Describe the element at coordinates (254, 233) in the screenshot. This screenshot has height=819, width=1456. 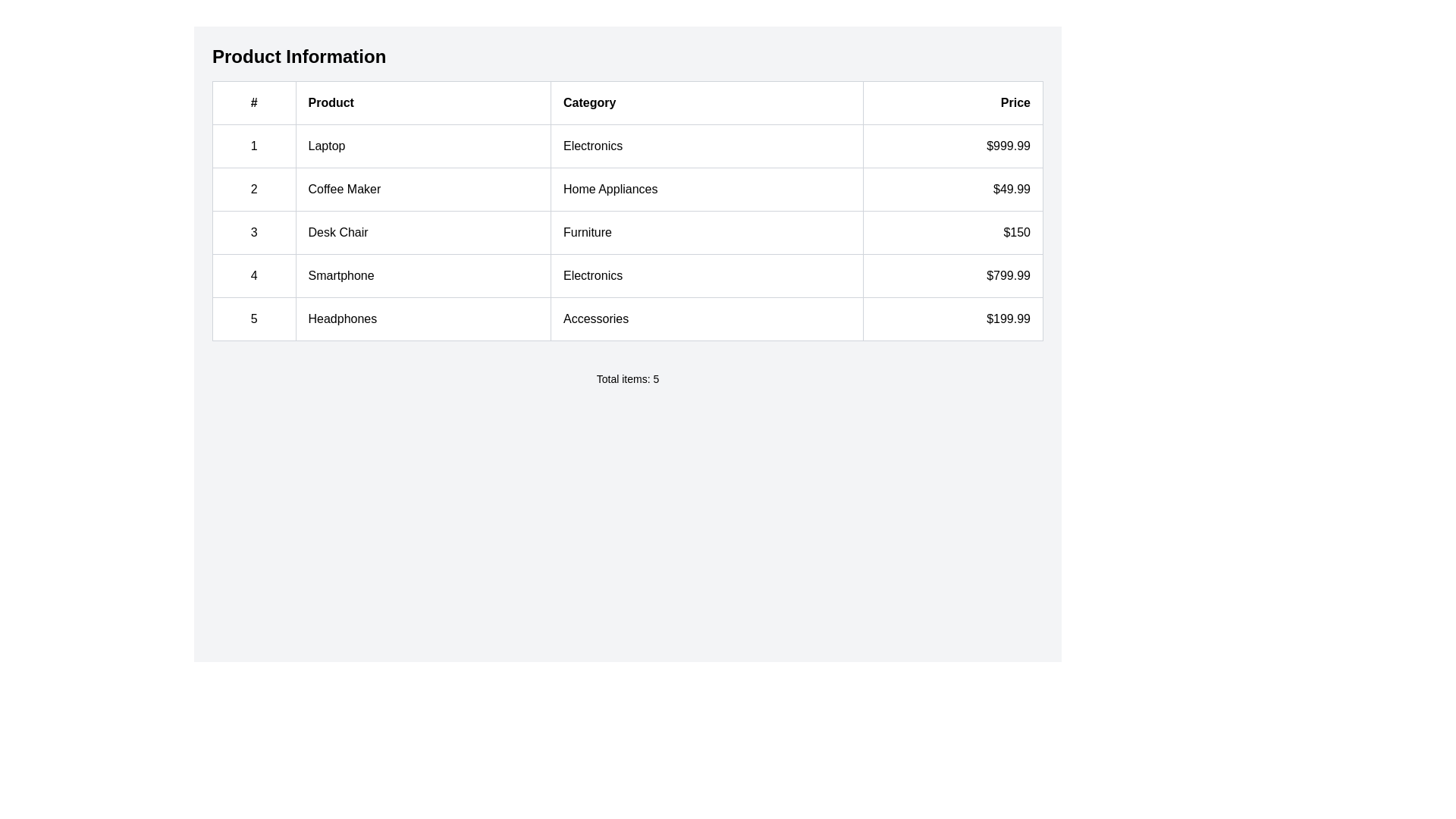
I see `the text element that serves as an identifier or serial number for the row in the first column and third row of the table, located near 'Desk Chair', 'Furniture', and '$150'` at that location.